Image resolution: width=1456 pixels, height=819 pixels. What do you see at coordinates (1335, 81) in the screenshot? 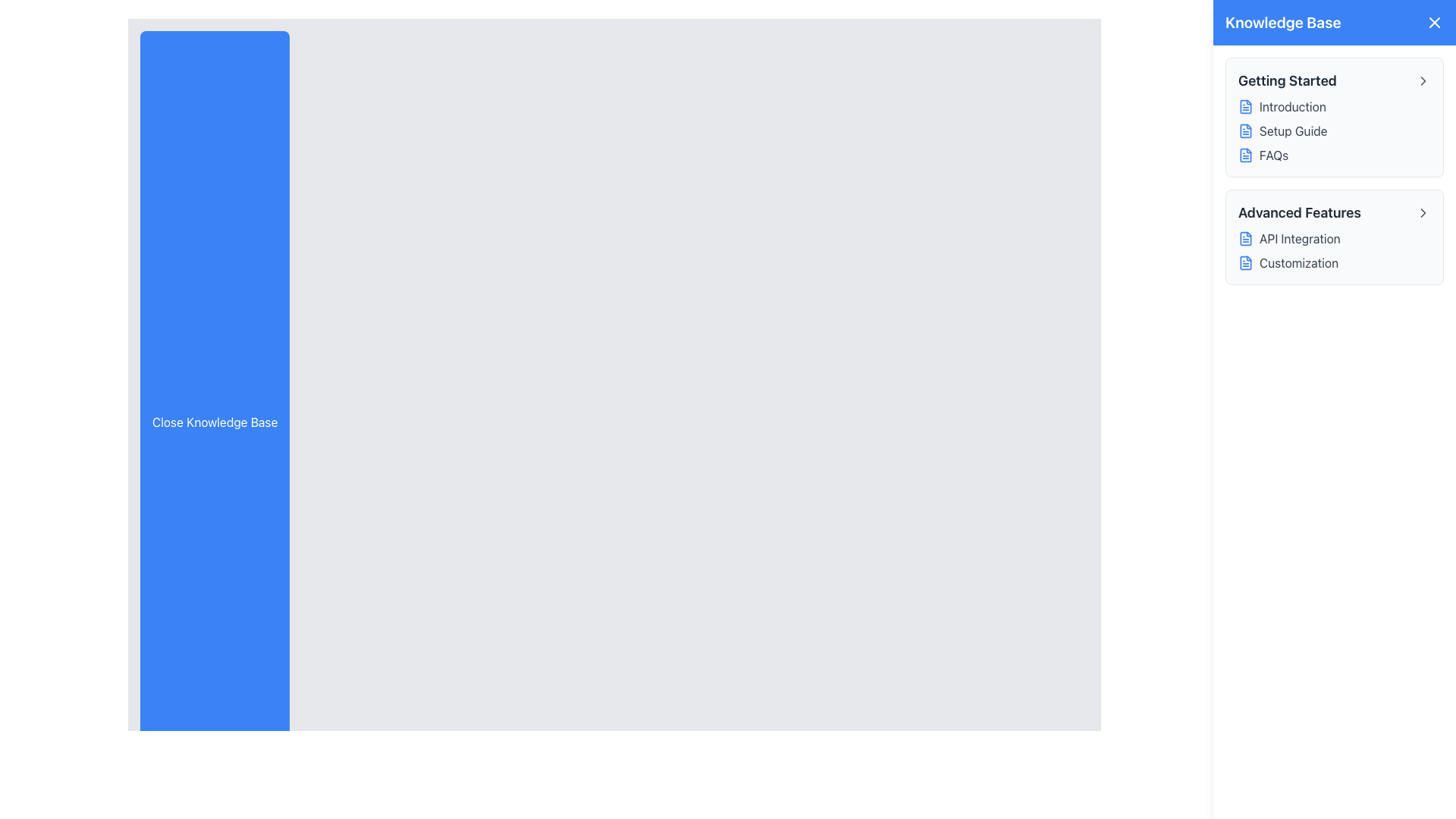
I see `the 'Getting Started' button located at the top section of the information card` at bounding box center [1335, 81].